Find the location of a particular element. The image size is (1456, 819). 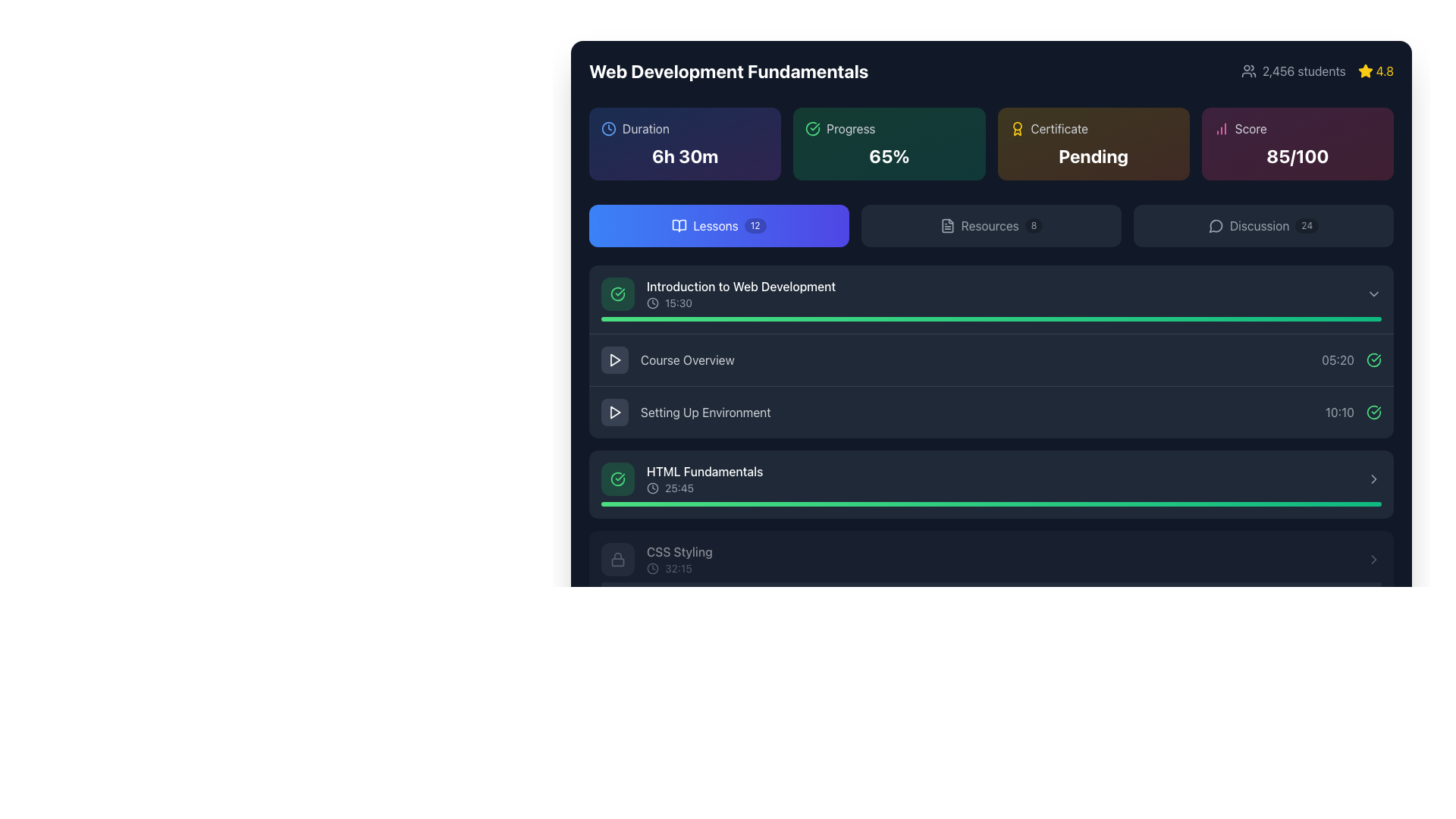

the Text Label indicating the duration of the 'Course Overview' item, located in the bottom-right corner of the 'Course Overview' section, to the left of the green circular checkmark icon is located at coordinates (1351, 359).